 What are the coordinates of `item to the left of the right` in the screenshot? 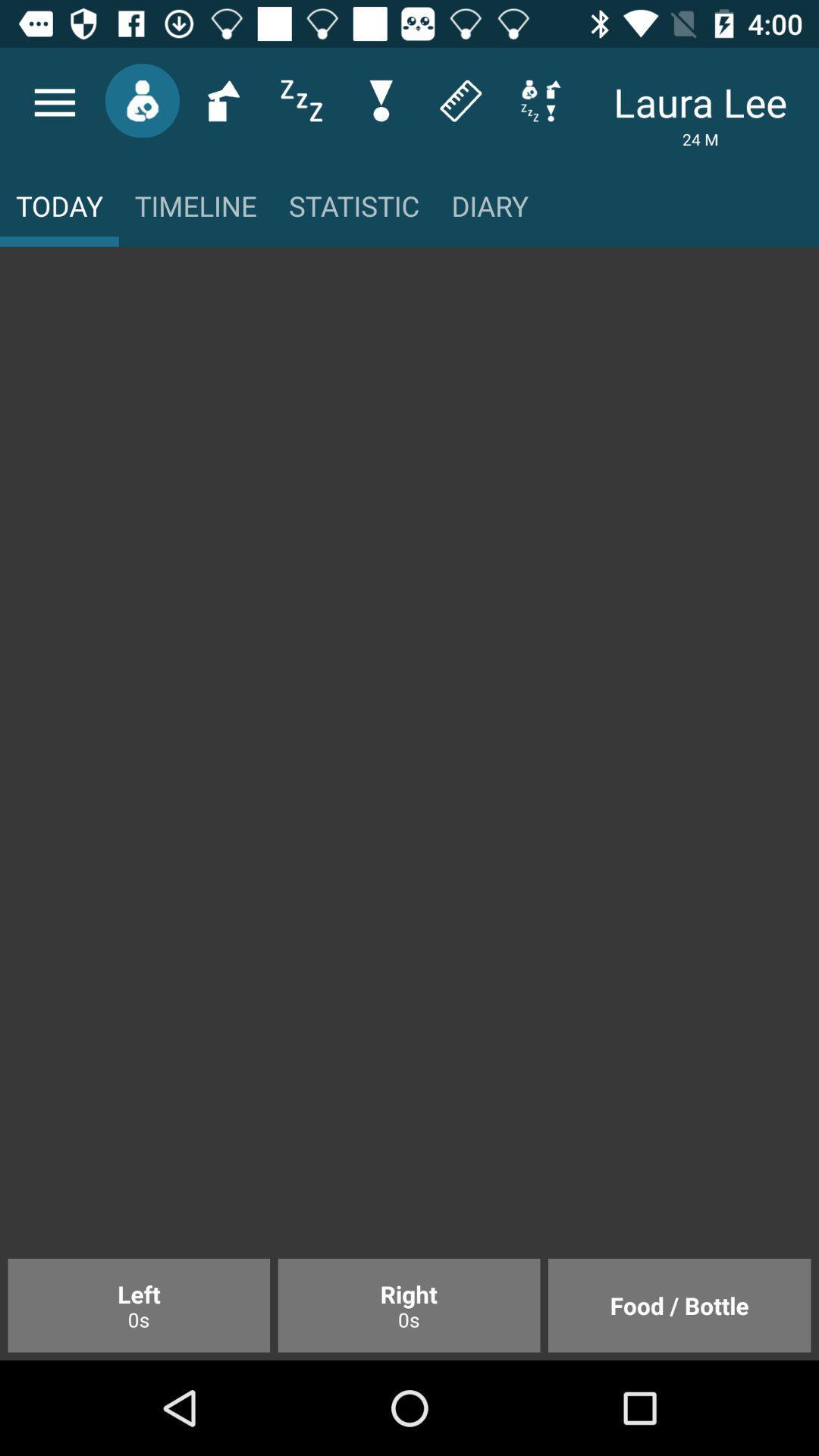 It's located at (139, 1304).